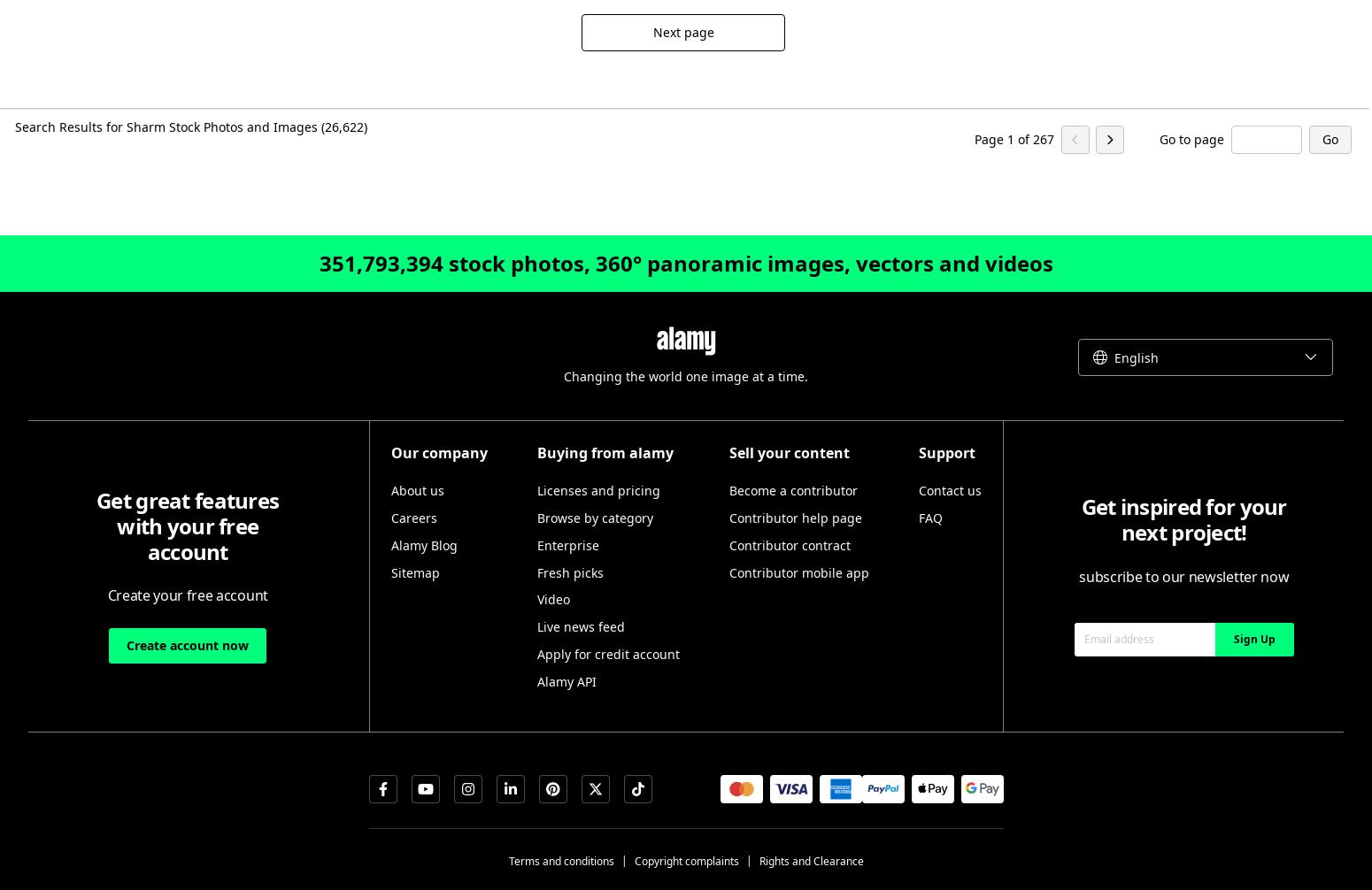 The width and height of the screenshot is (1372, 890). I want to click on 'Alamy Blog', so click(422, 544).